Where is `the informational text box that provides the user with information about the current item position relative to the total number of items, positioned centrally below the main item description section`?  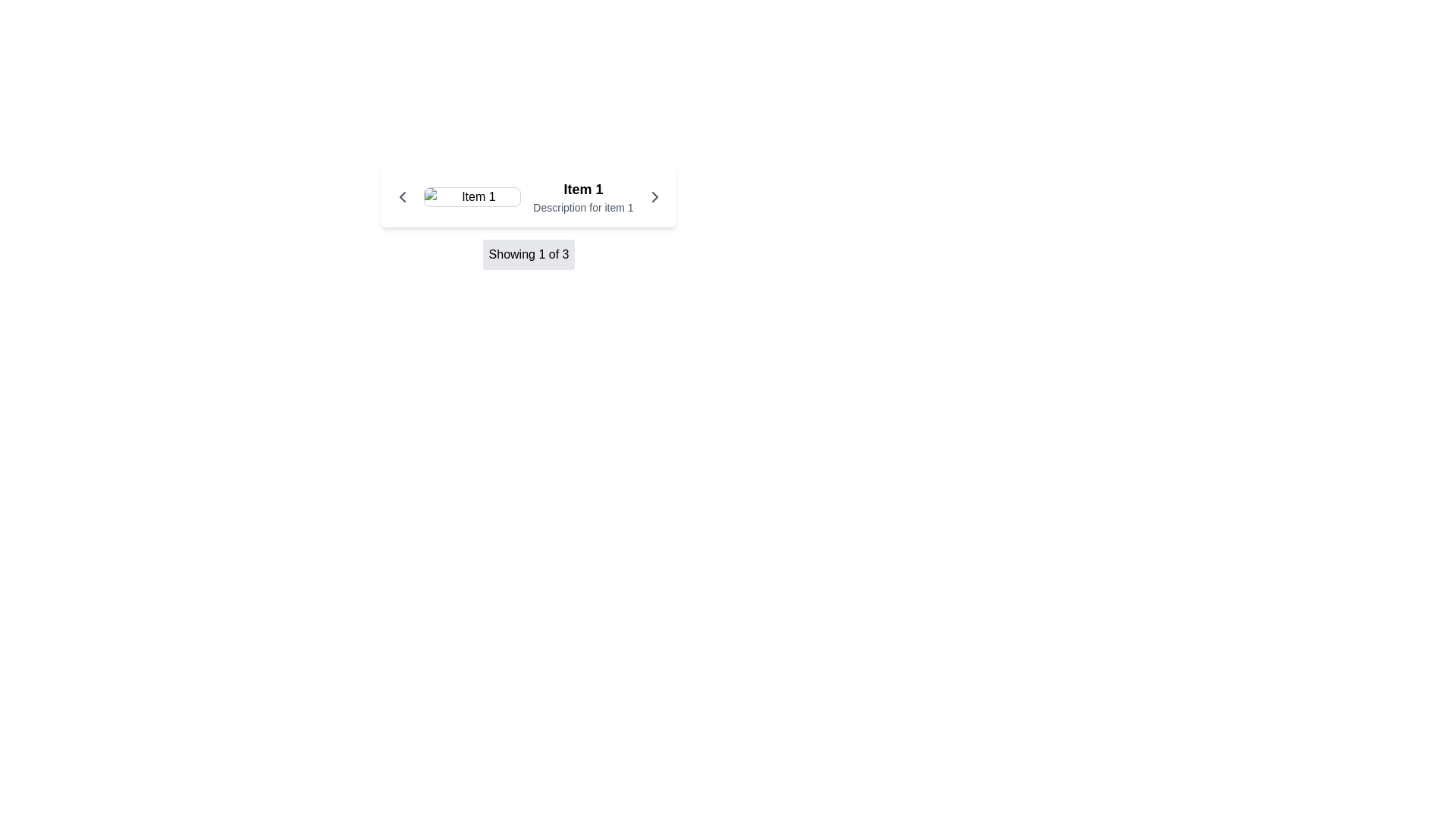
the informational text box that provides the user with information about the current item position relative to the total number of items, positioned centrally below the main item description section is located at coordinates (529, 253).